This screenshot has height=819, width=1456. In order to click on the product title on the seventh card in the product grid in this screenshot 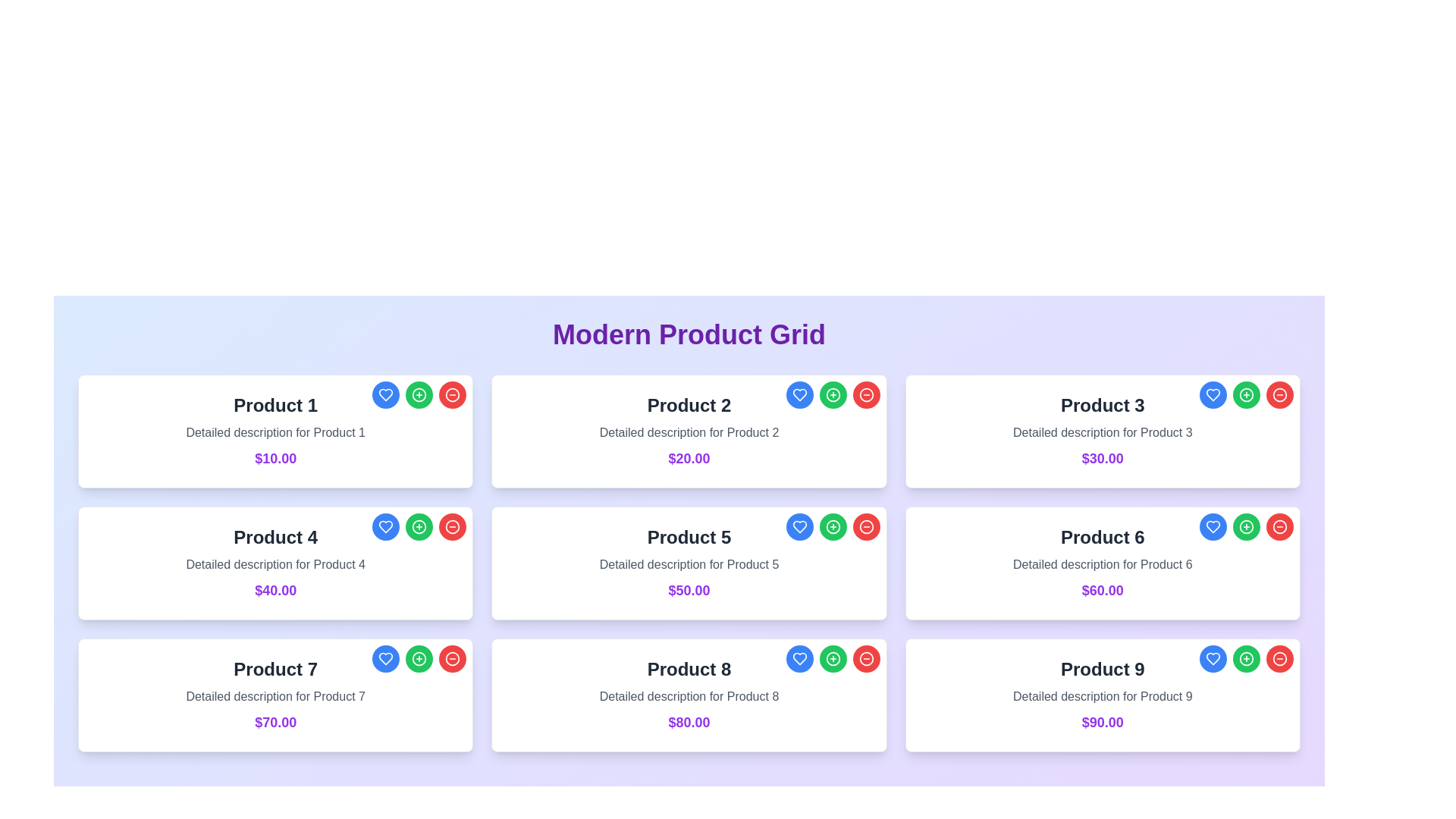, I will do `click(275, 695)`.